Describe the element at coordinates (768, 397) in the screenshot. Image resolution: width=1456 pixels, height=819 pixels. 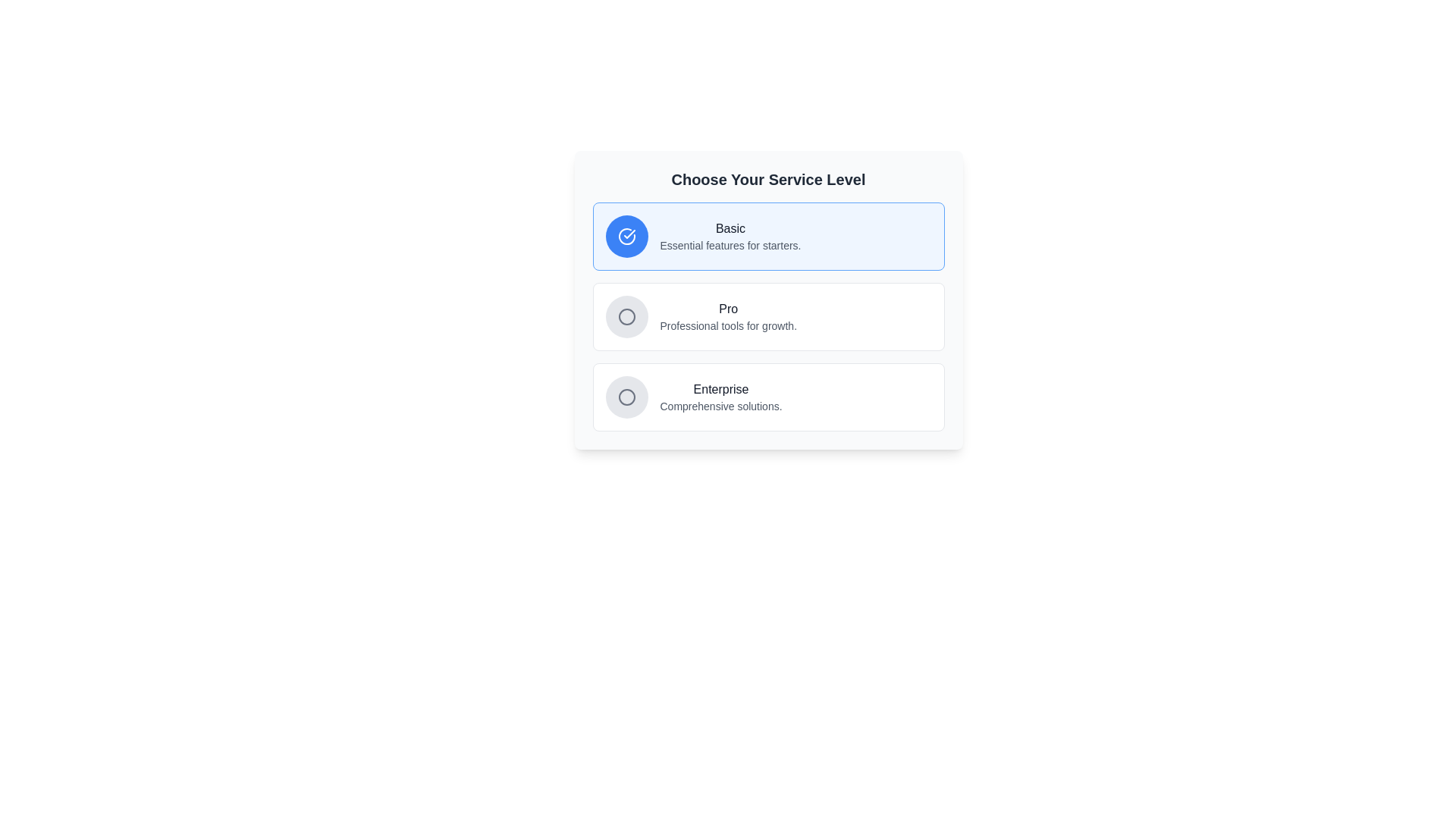
I see `the third selectable card in the vertical list` at that location.